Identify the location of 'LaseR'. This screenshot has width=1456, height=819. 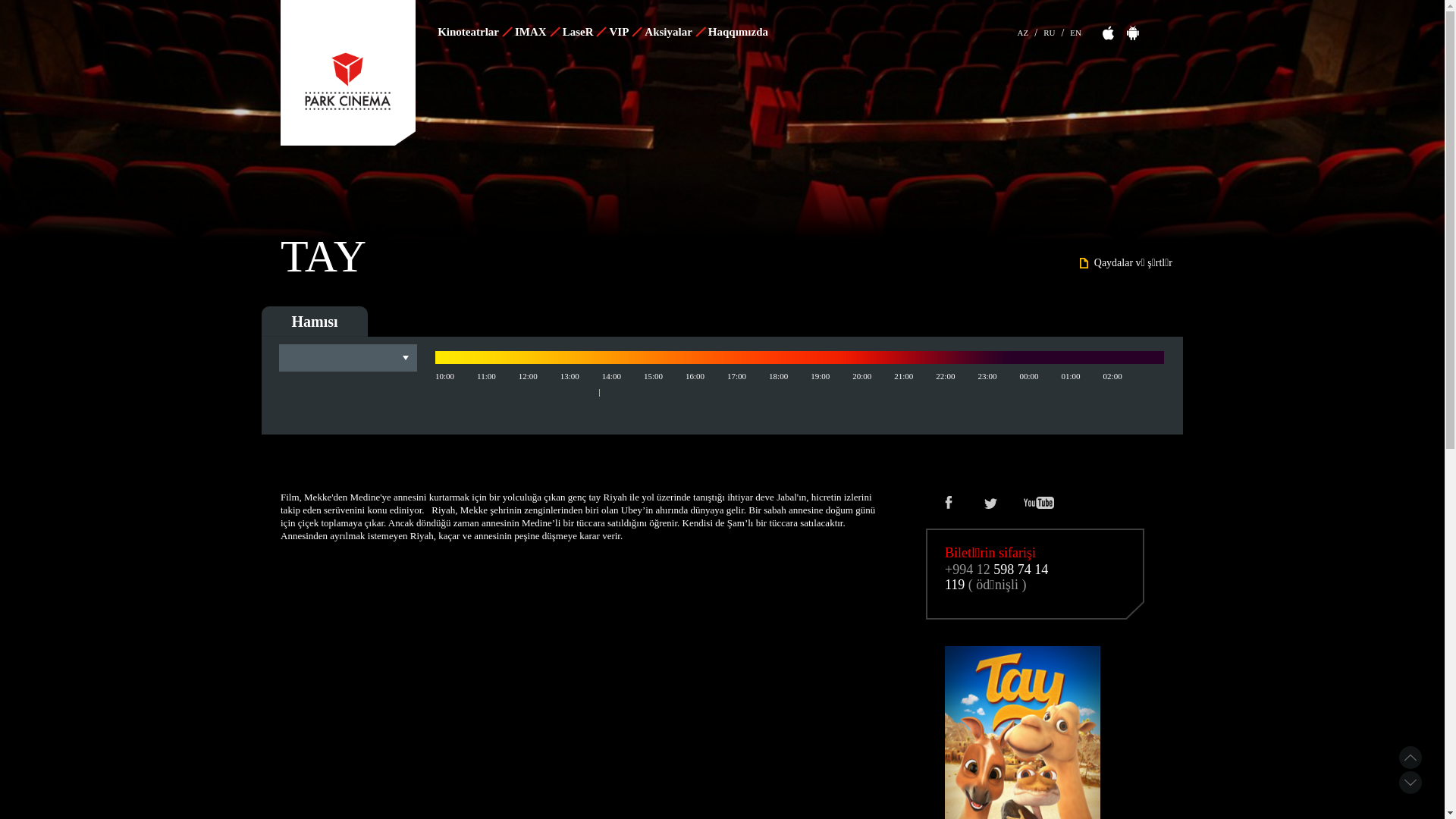
(582, 32).